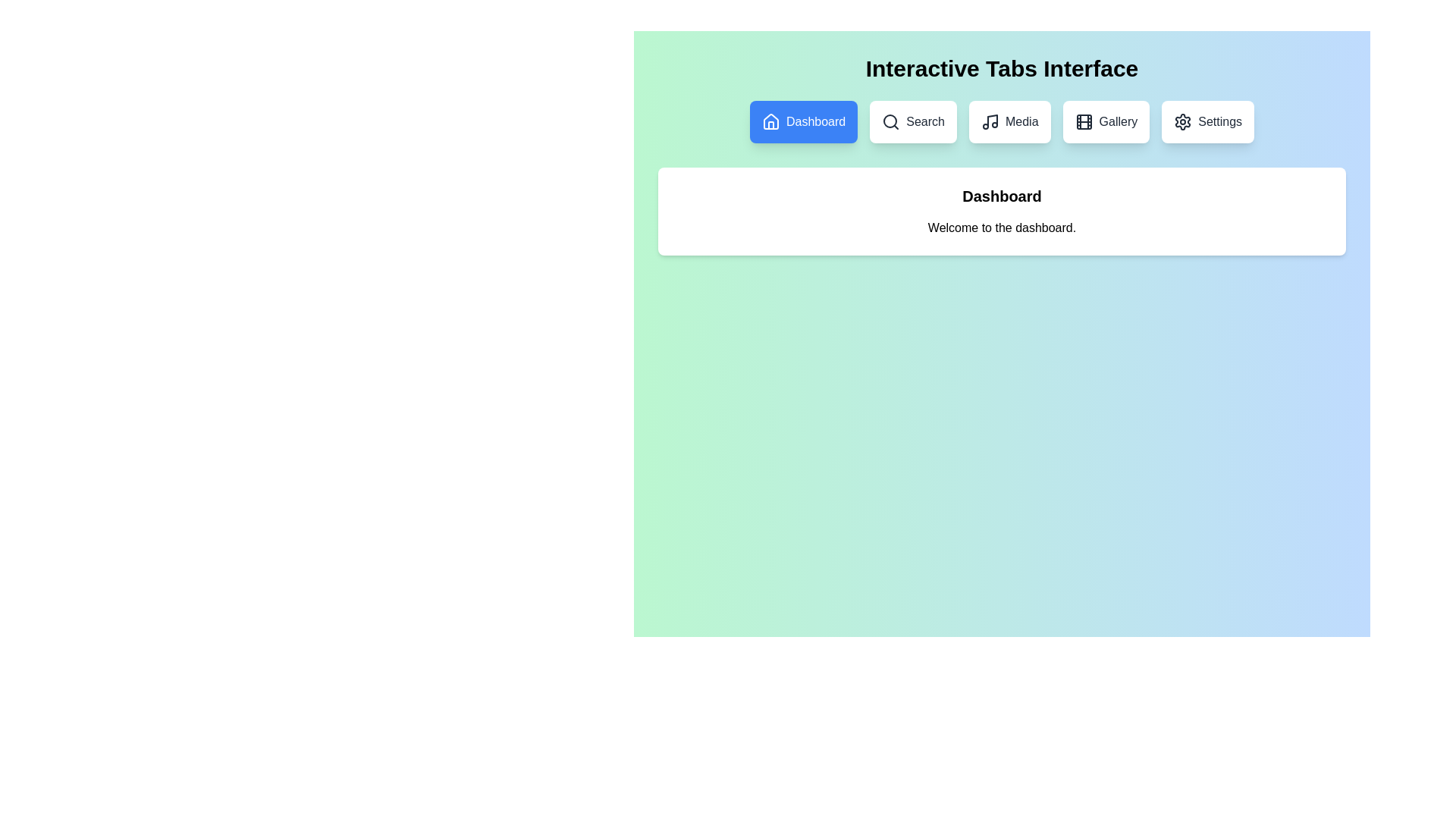 Image resolution: width=1456 pixels, height=819 pixels. What do you see at coordinates (1182, 121) in the screenshot?
I see `the settings icon located inside the 'Settings' button in the navigation bar at the top right of the interface, which is visually associated with configuration or customization options` at bounding box center [1182, 121].